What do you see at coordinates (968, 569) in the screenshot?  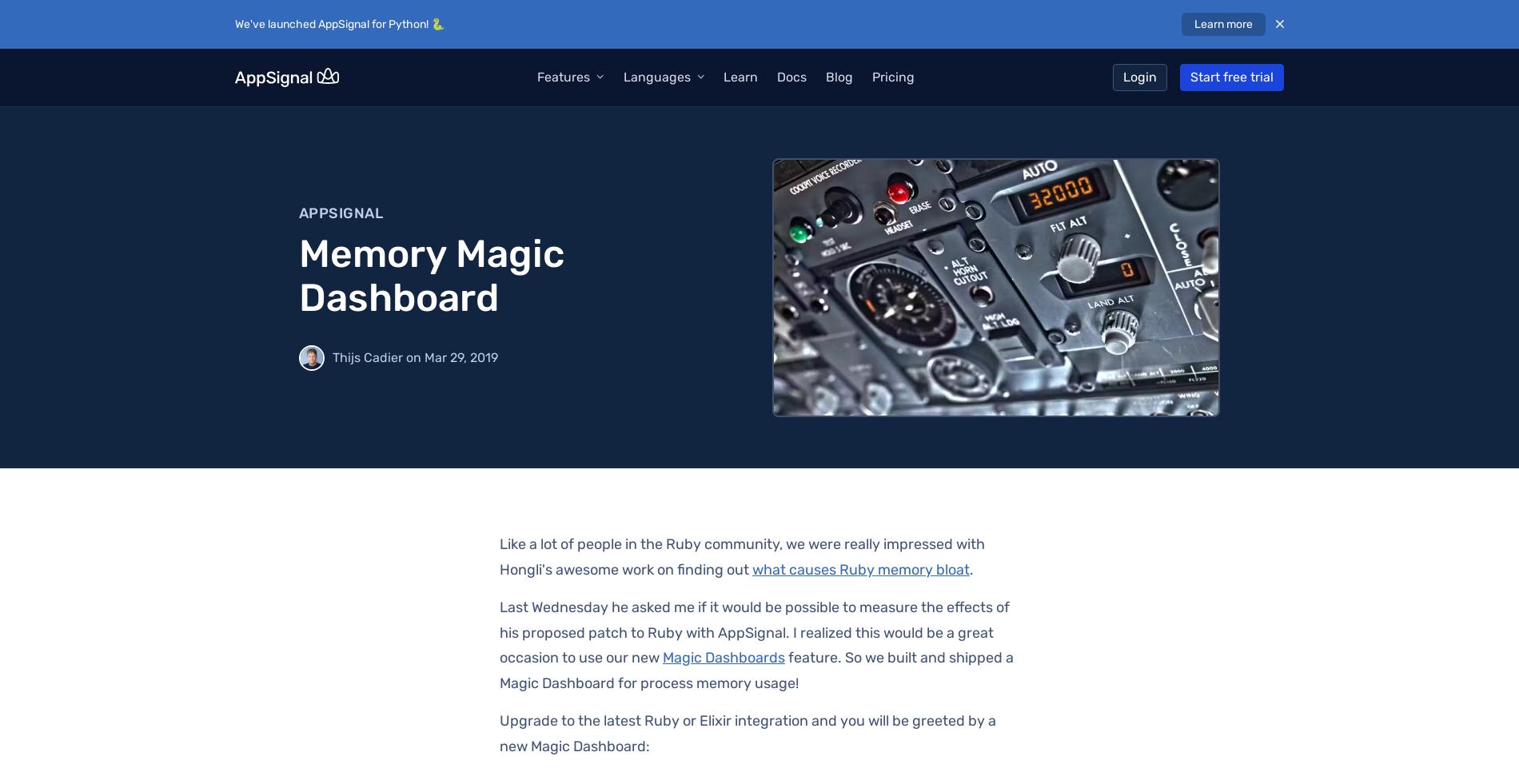 I see `'.'` at bounding box center [968, 569].